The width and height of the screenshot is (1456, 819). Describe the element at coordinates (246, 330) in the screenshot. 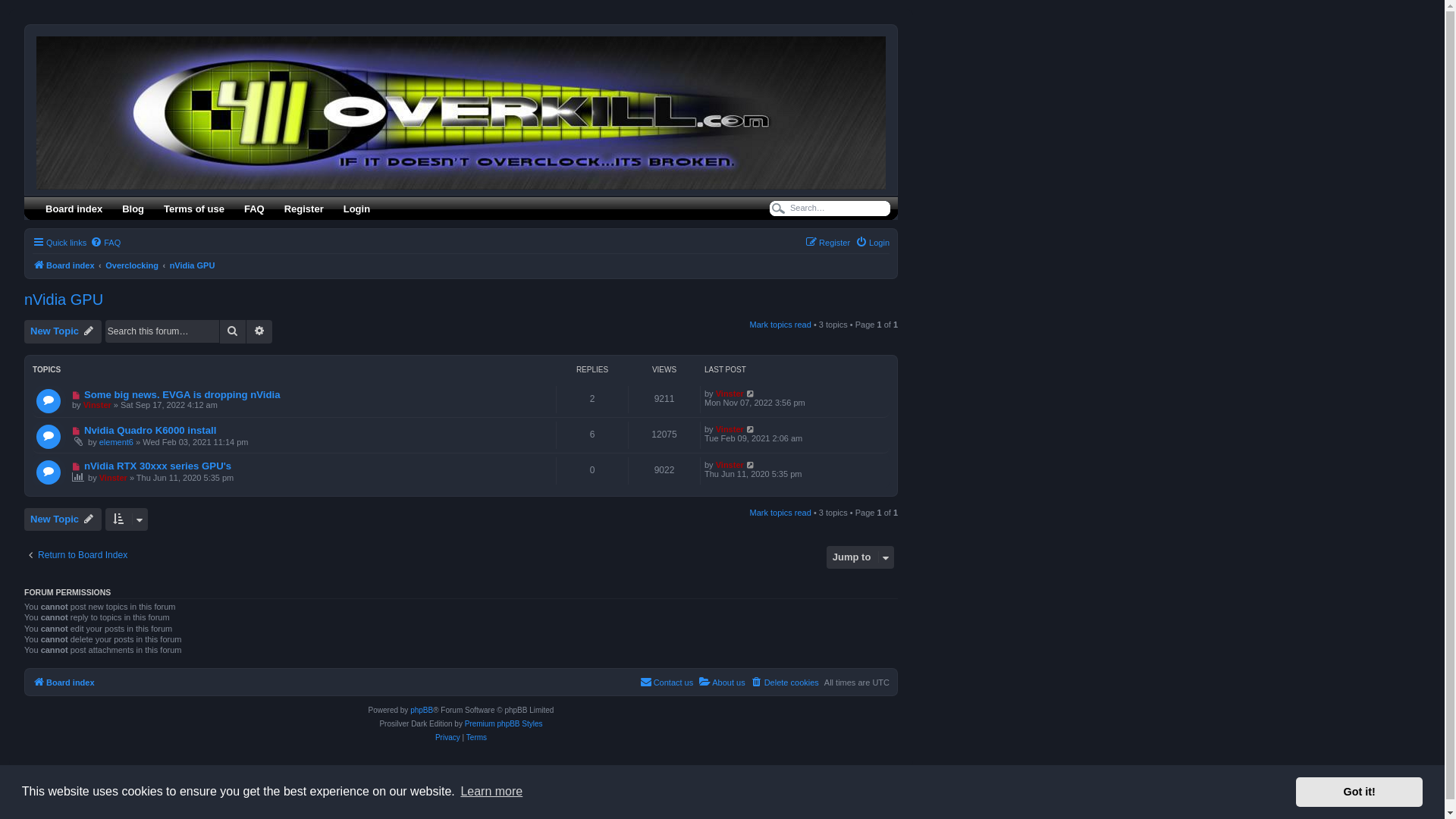

I see `'Advanced search'` at that location.